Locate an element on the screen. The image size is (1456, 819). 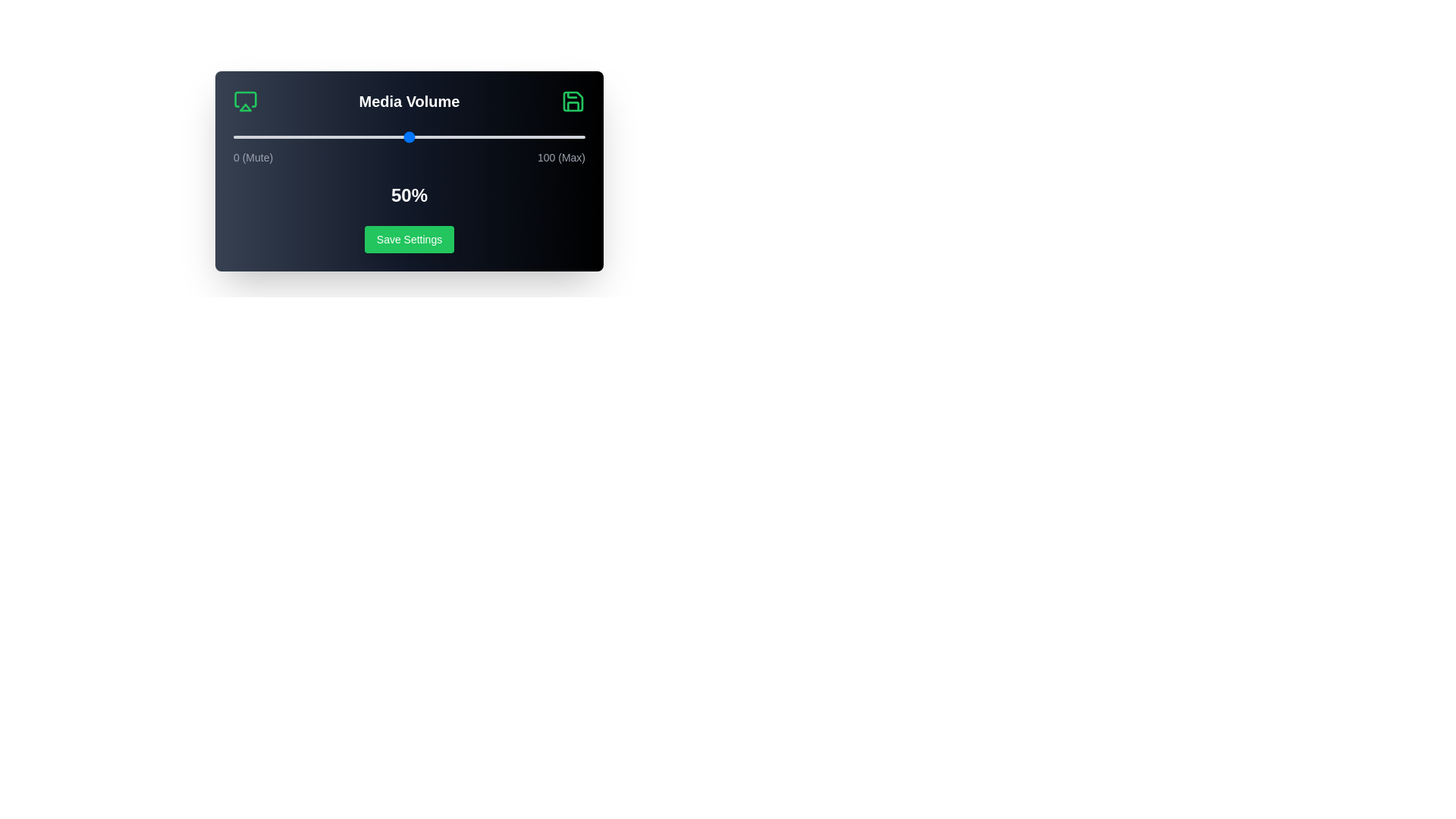
the volume slider to 50% is located at coordinates (409, 137).